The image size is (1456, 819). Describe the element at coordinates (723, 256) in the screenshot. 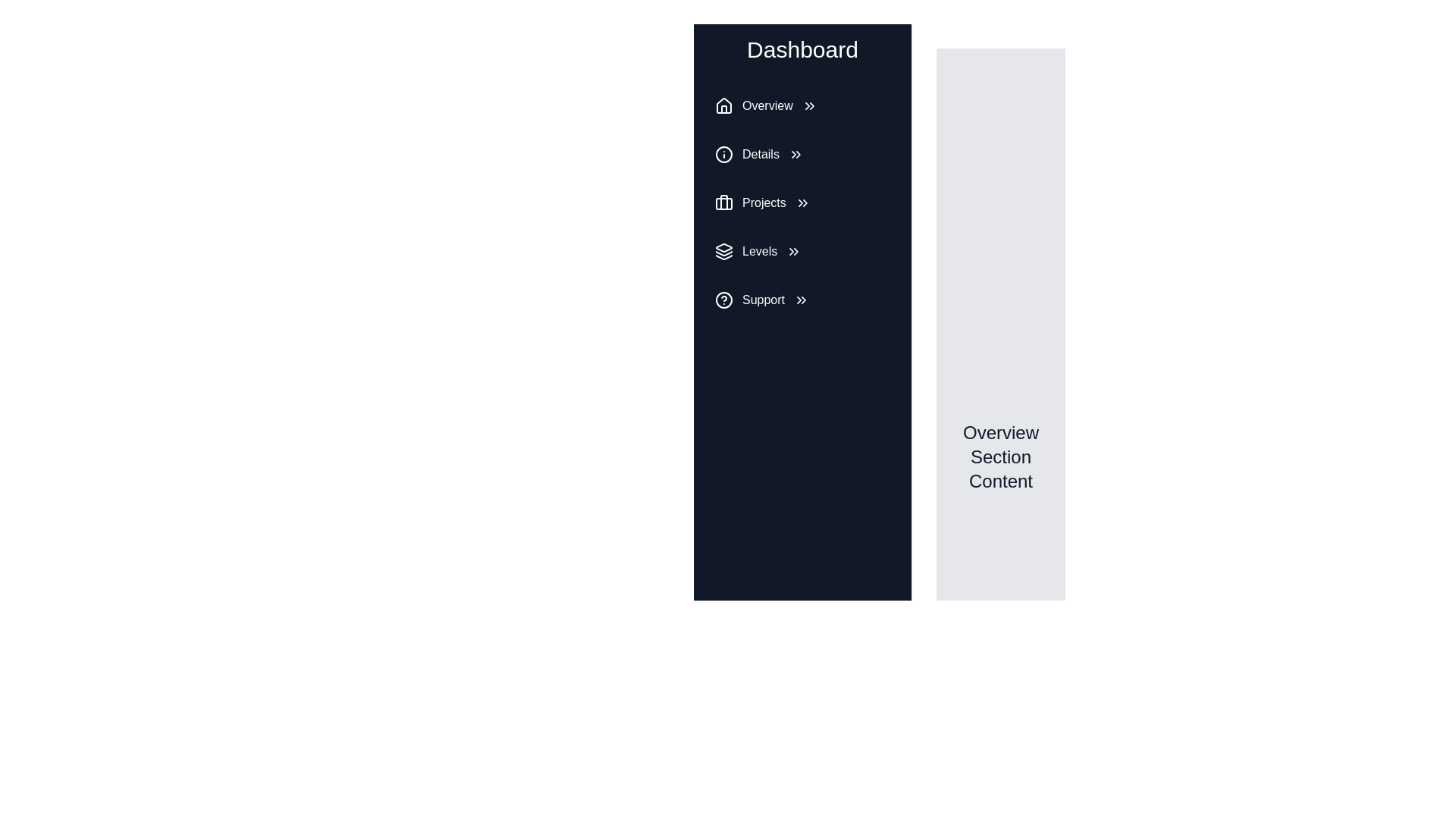

I see `the third stripe of the layered icon representing the 'Levels' menu item in the navigation section of the dashboard interface for interaction` at that location.